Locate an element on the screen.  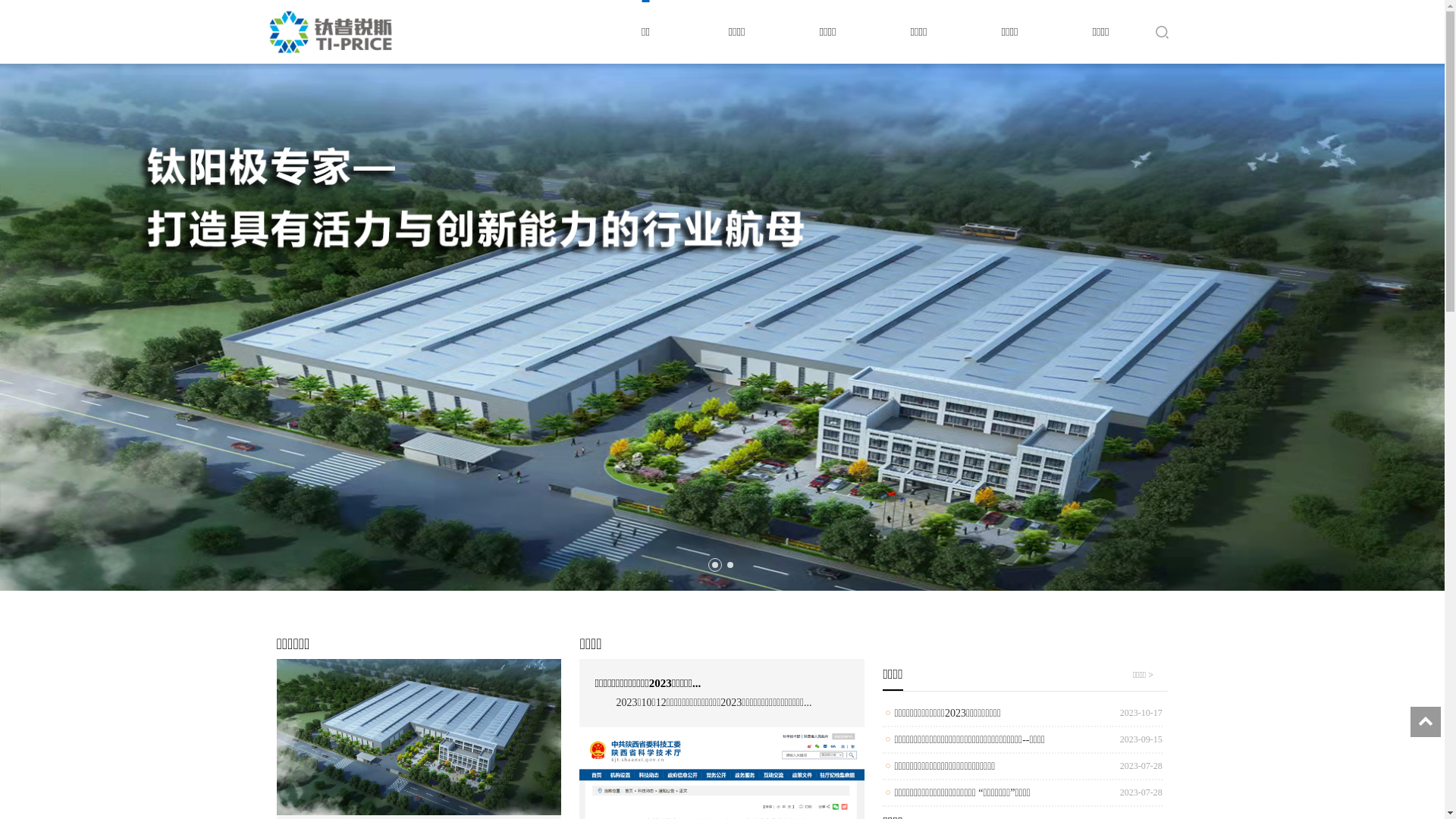
'2' is located at coordinates (729, 564).